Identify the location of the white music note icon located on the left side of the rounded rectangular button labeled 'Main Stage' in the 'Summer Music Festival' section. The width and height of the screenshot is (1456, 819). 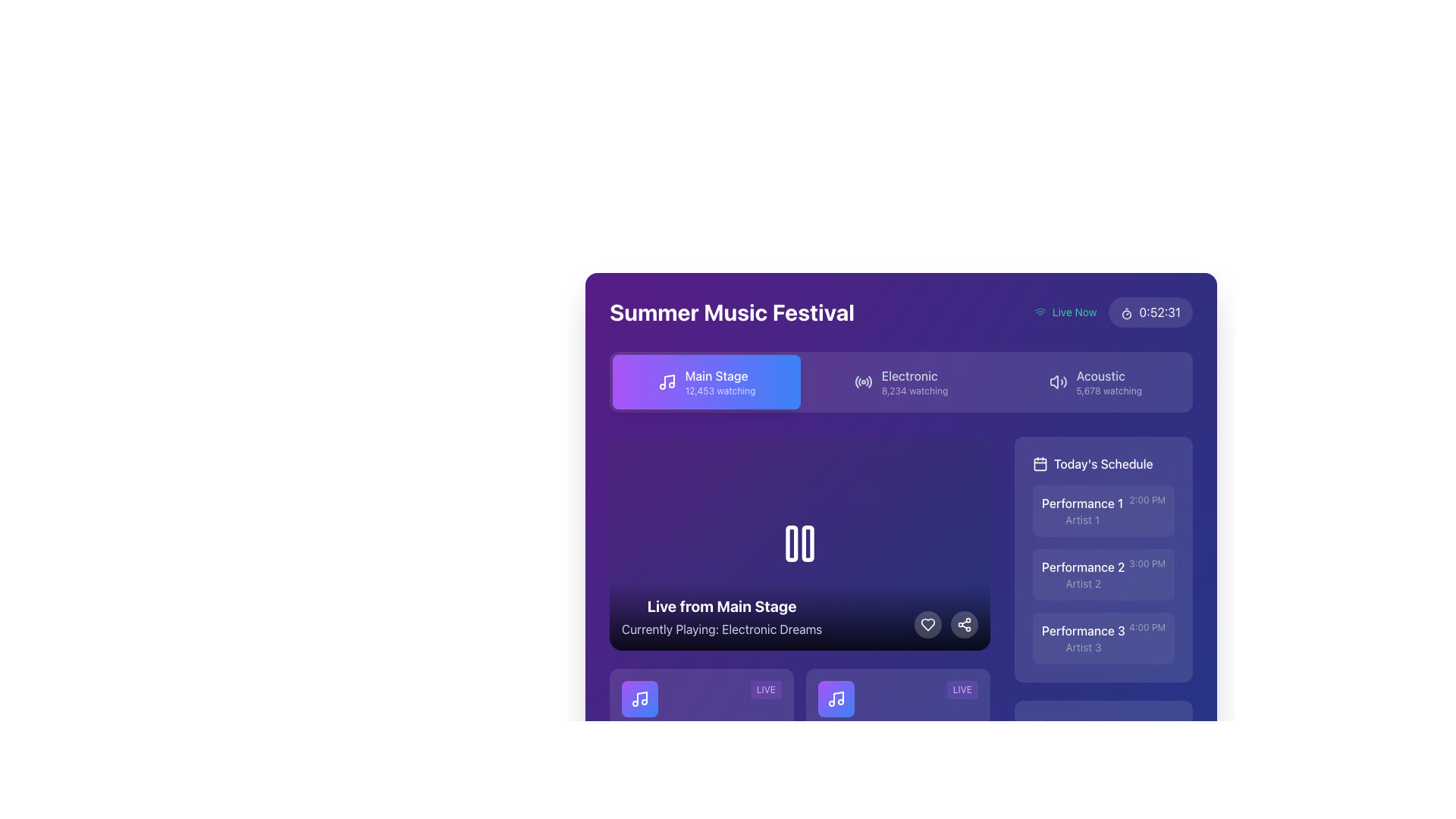
(667, 381).